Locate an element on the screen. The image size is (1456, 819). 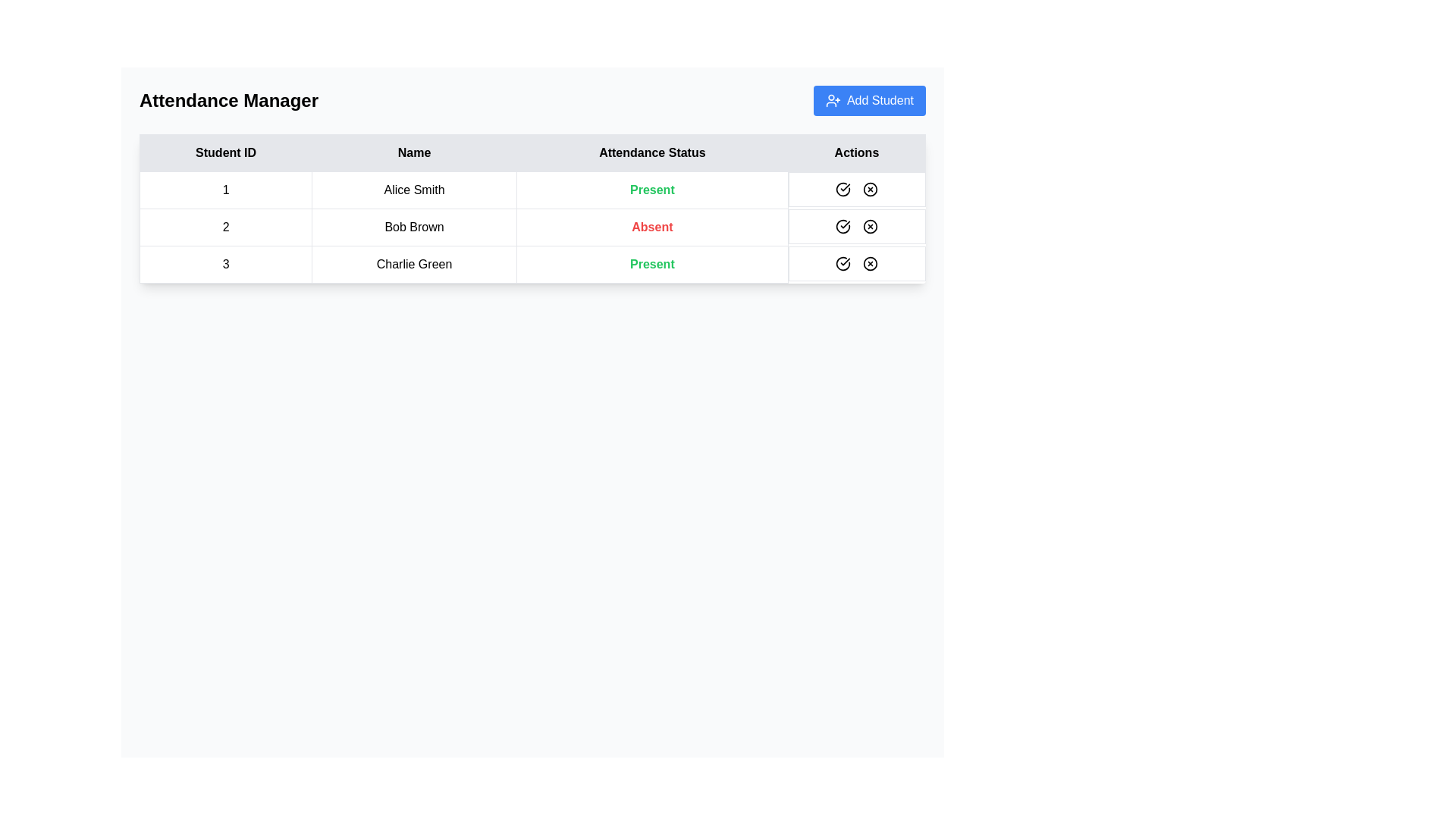
the button in the 'Actions' column of the second row to mark the attendance status for student 'Bob Brown' as present is located at coordinates (843, 226).